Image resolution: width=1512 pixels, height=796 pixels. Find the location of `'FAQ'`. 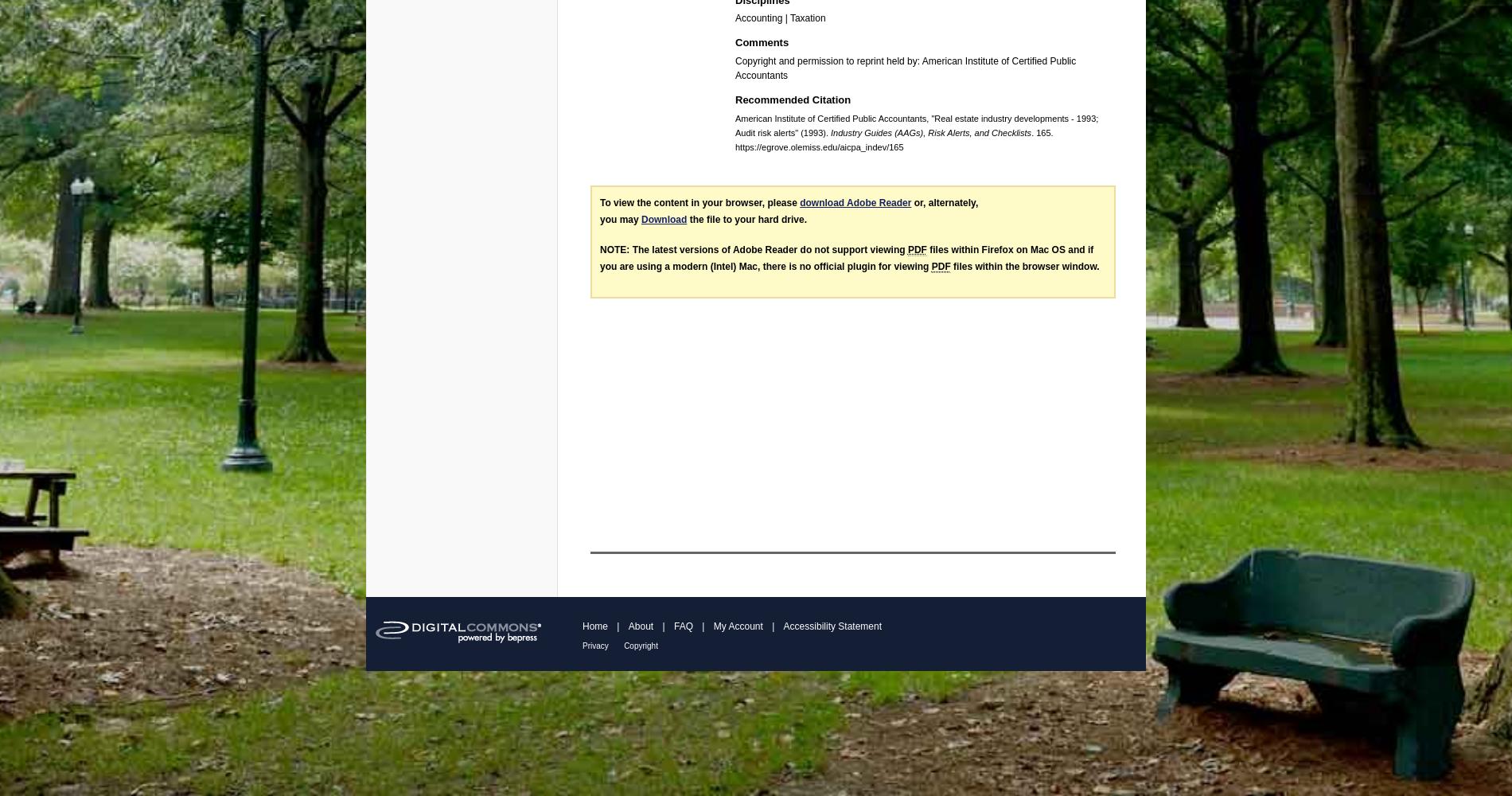

'FAQ' is located at coordinates (682, 626).